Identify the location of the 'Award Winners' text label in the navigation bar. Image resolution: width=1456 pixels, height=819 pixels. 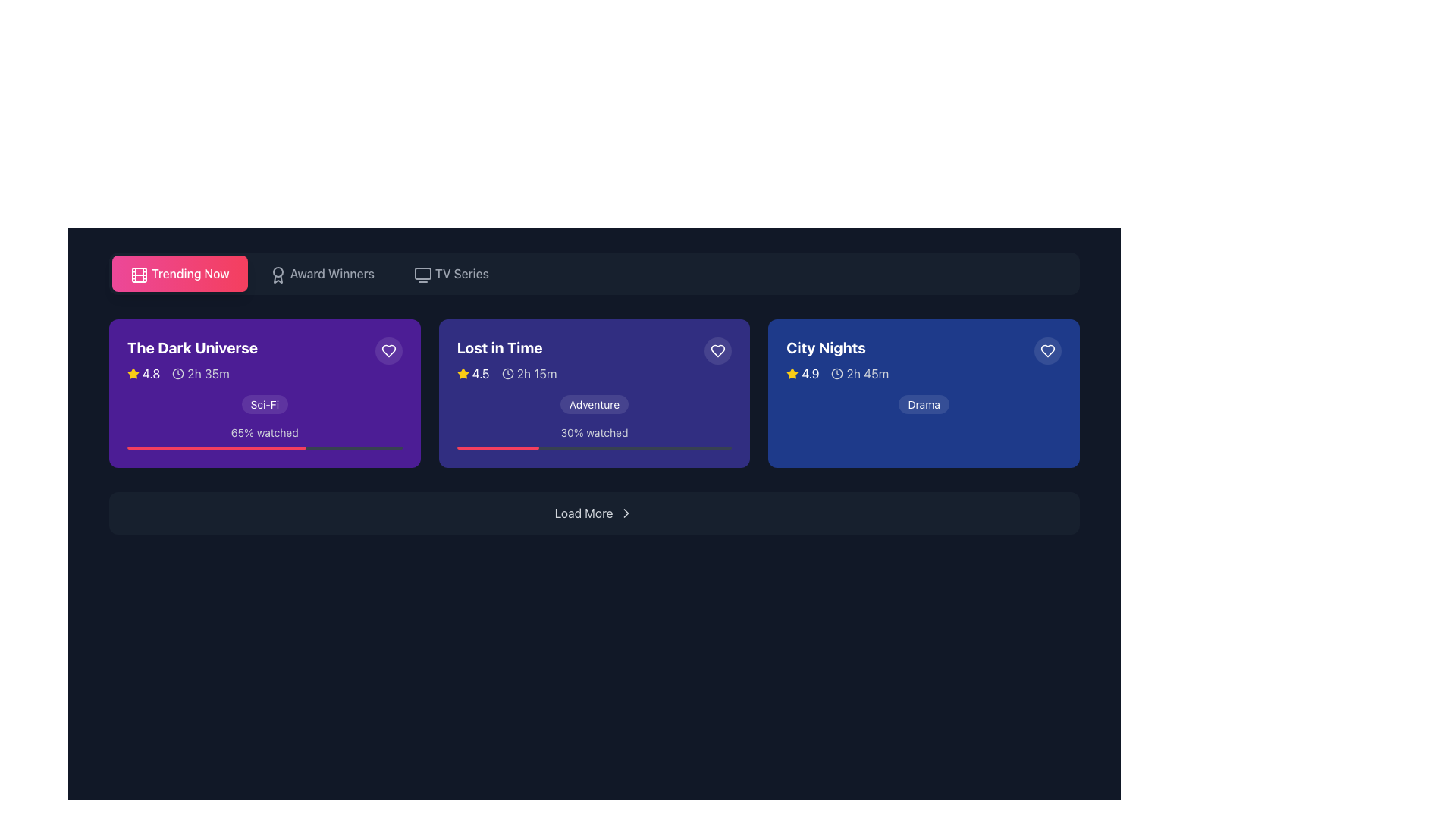
(331, 274).